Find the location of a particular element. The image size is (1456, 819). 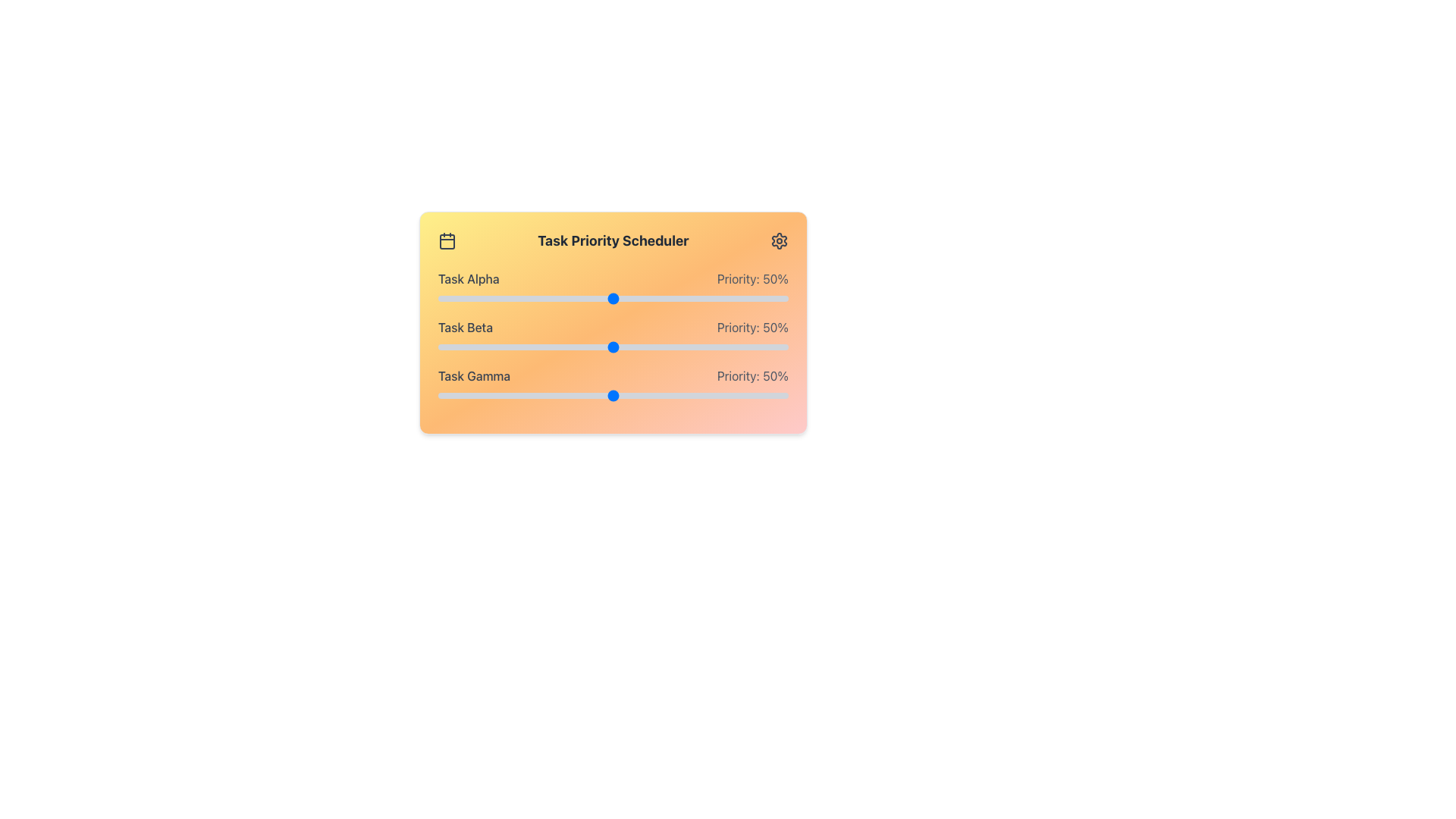

the priority of Task Gamma is located at coordinates (742, 394).